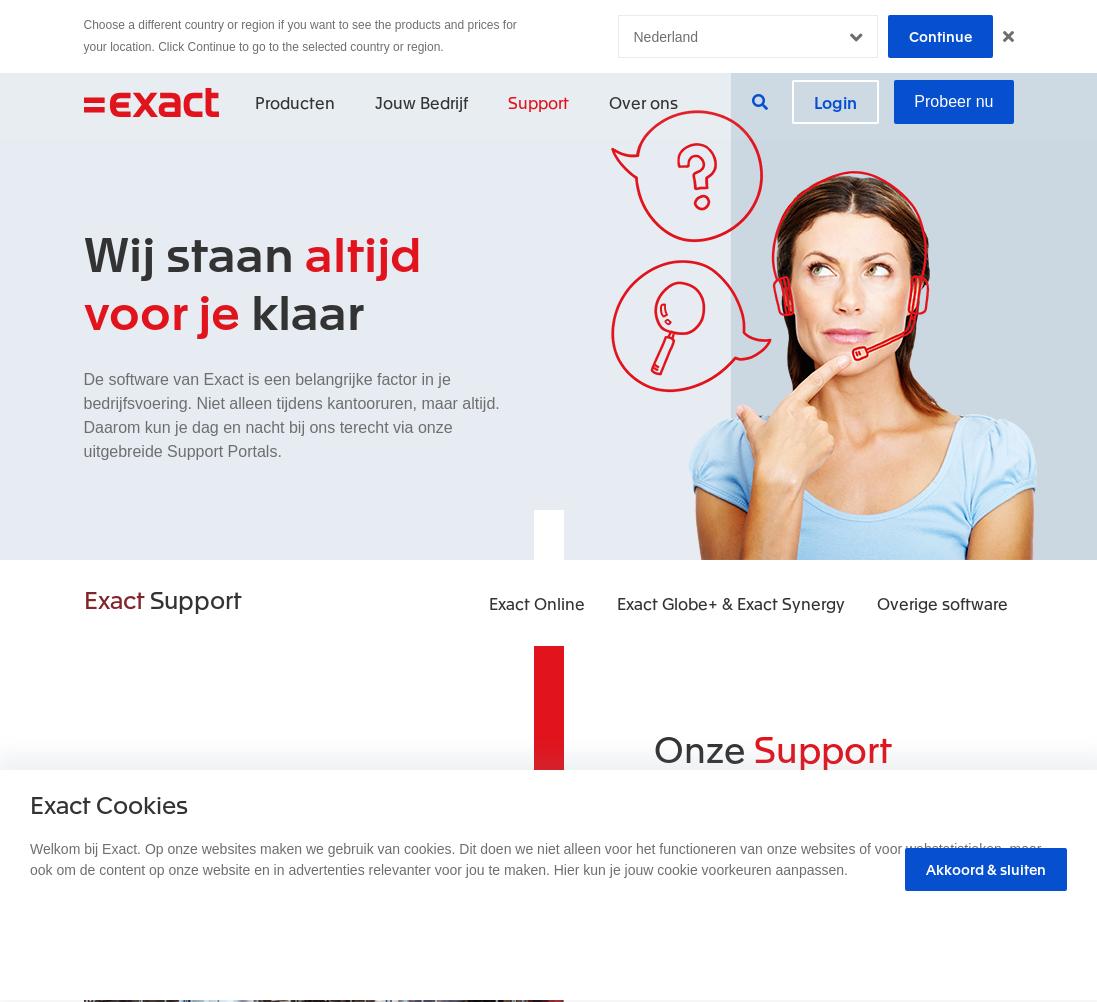 This screenshot has width=1097, height=1002. Describe the element at coordinates (811, 831) in the screenshot. I see `'zijn het startpunt voor al je vragen'` at that location.